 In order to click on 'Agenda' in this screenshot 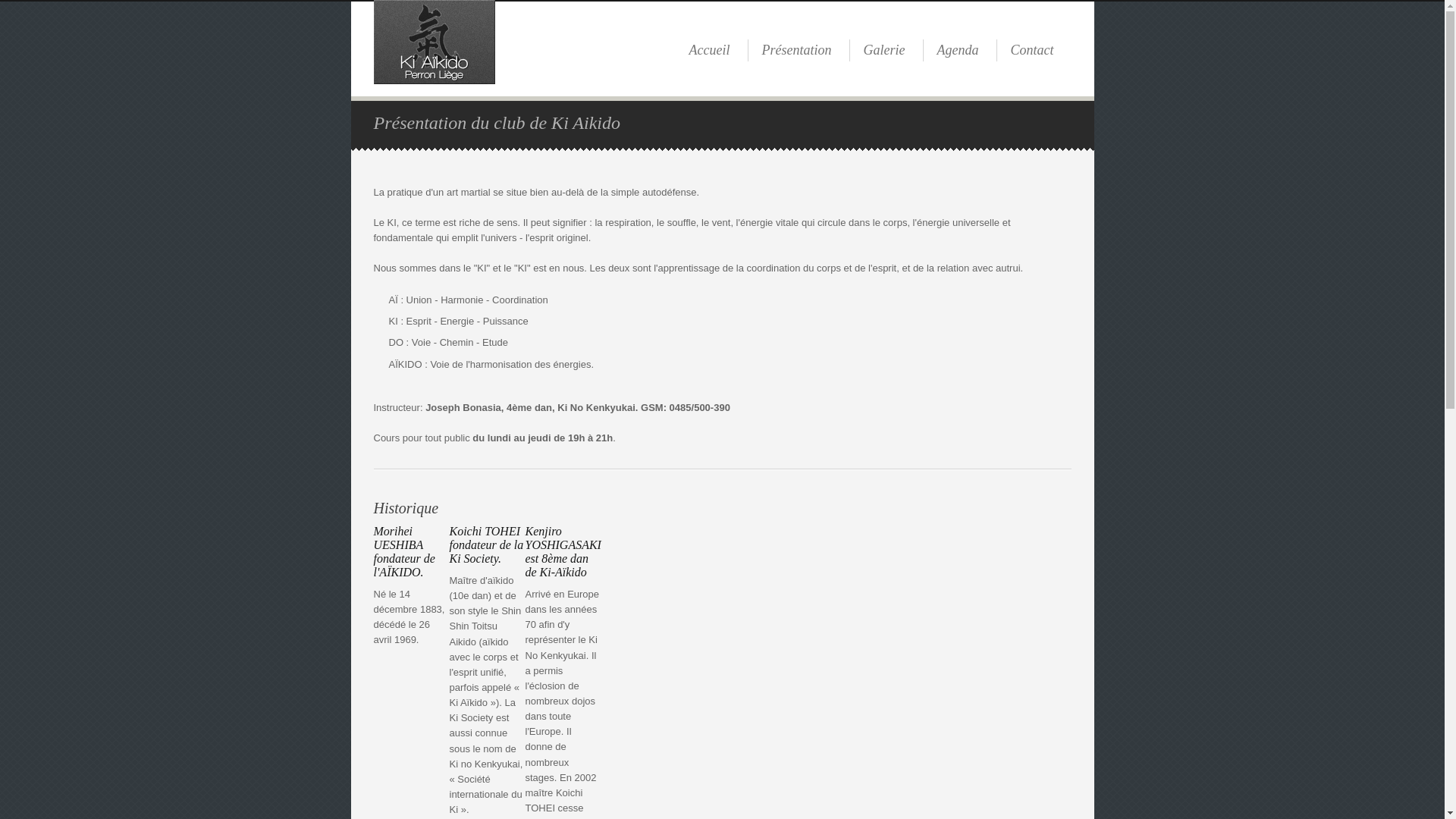, I will do `click(957, 49)`.